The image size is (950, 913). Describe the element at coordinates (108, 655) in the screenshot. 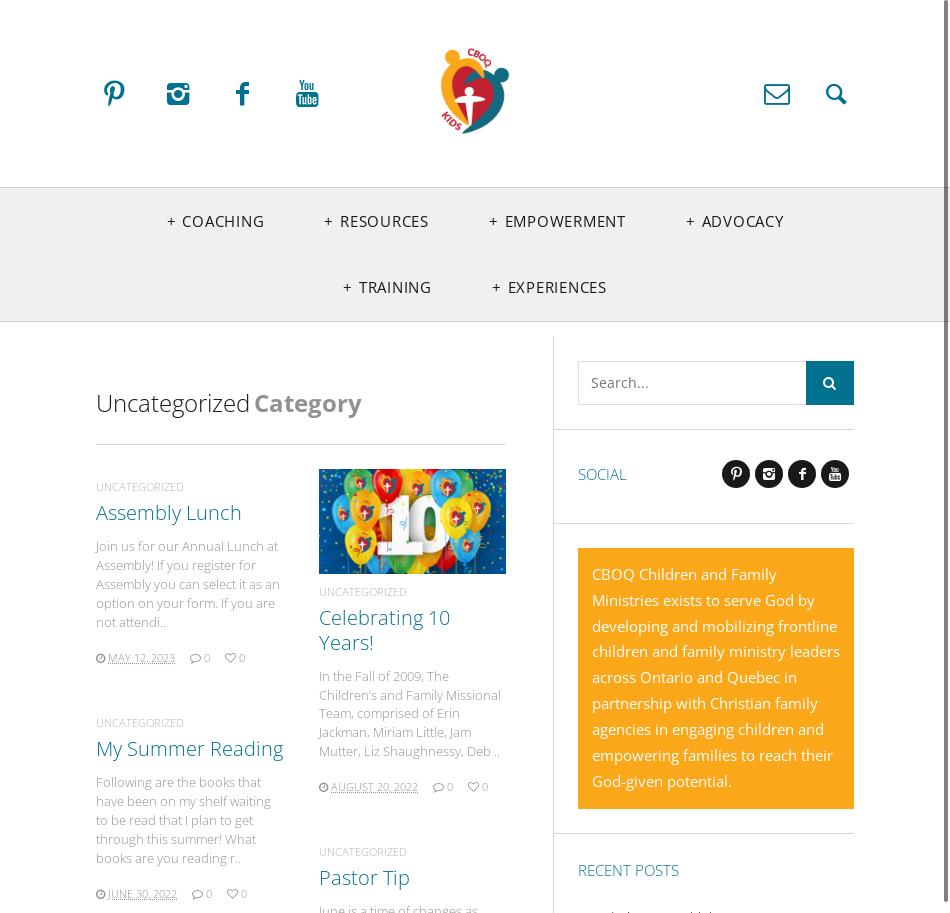

I see `'May 12, 2023'` at that location.